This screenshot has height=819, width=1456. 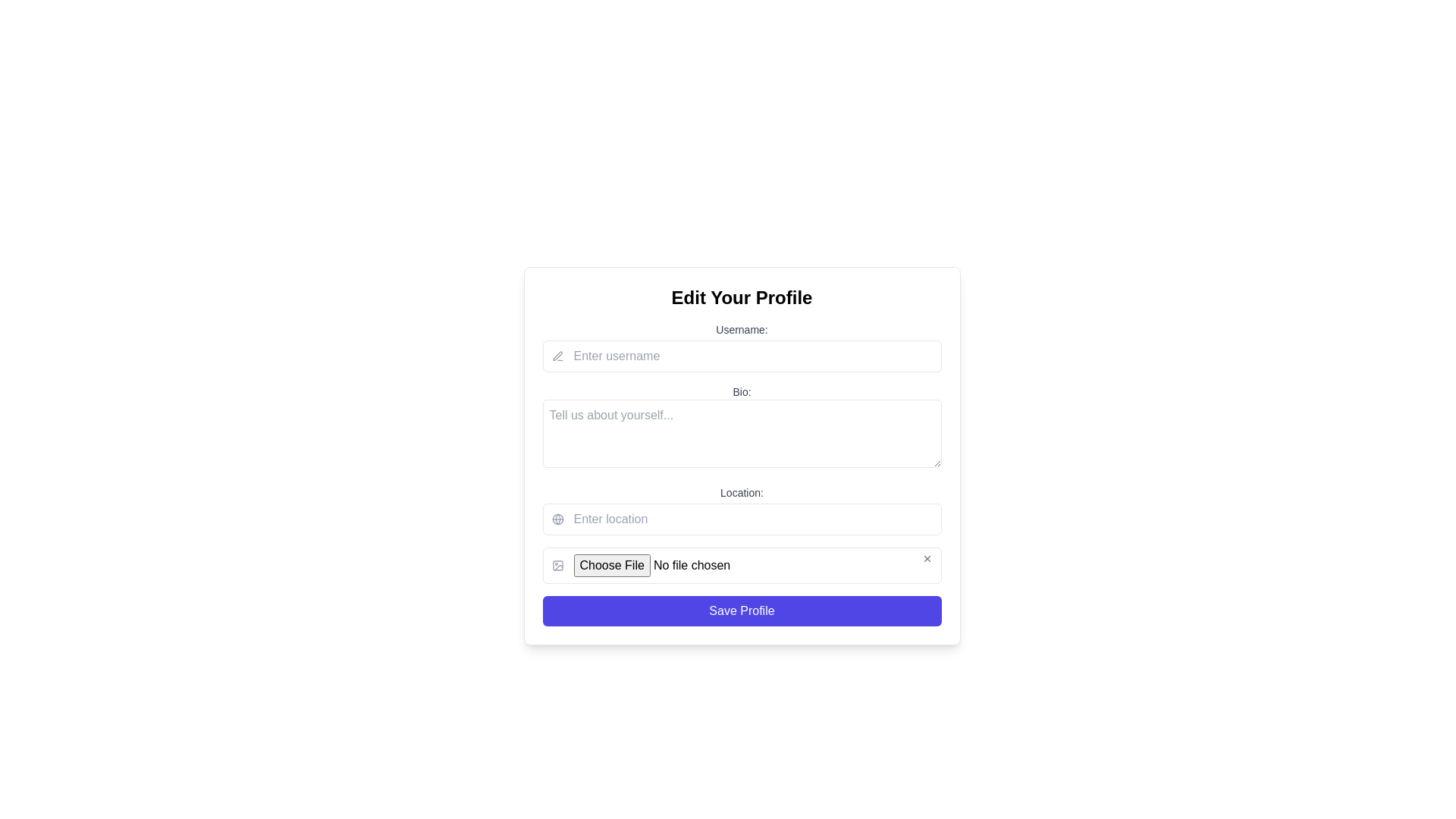 I want to click on the text label indicating the profile information editing section, which is positioned at the top of the form section above the input fields for 'Username,' 'Bio,' and 'Location.', so click(x=742, y=298).